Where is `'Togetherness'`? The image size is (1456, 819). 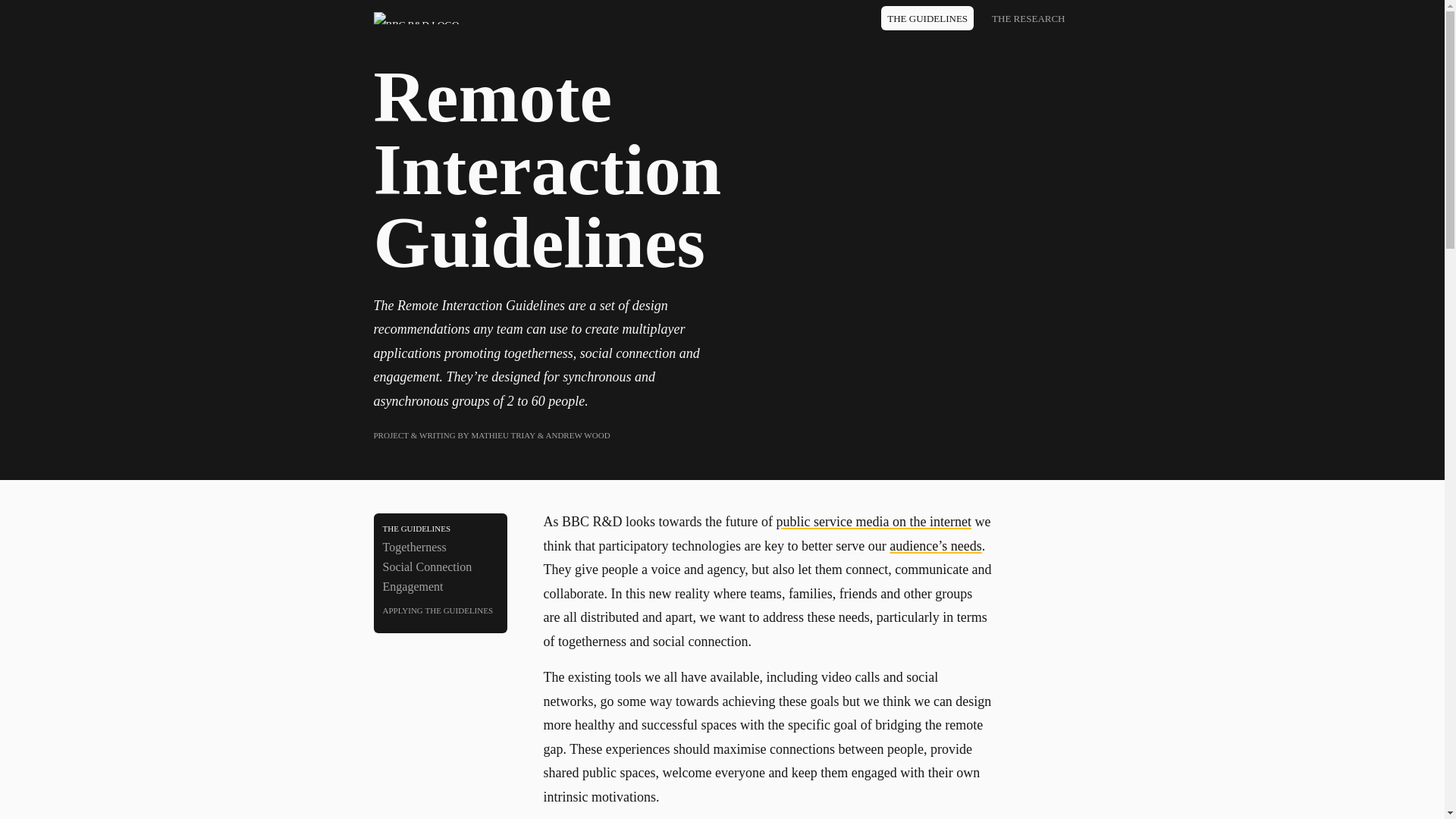
'Togetherness' is located at coordinates (439, 547).